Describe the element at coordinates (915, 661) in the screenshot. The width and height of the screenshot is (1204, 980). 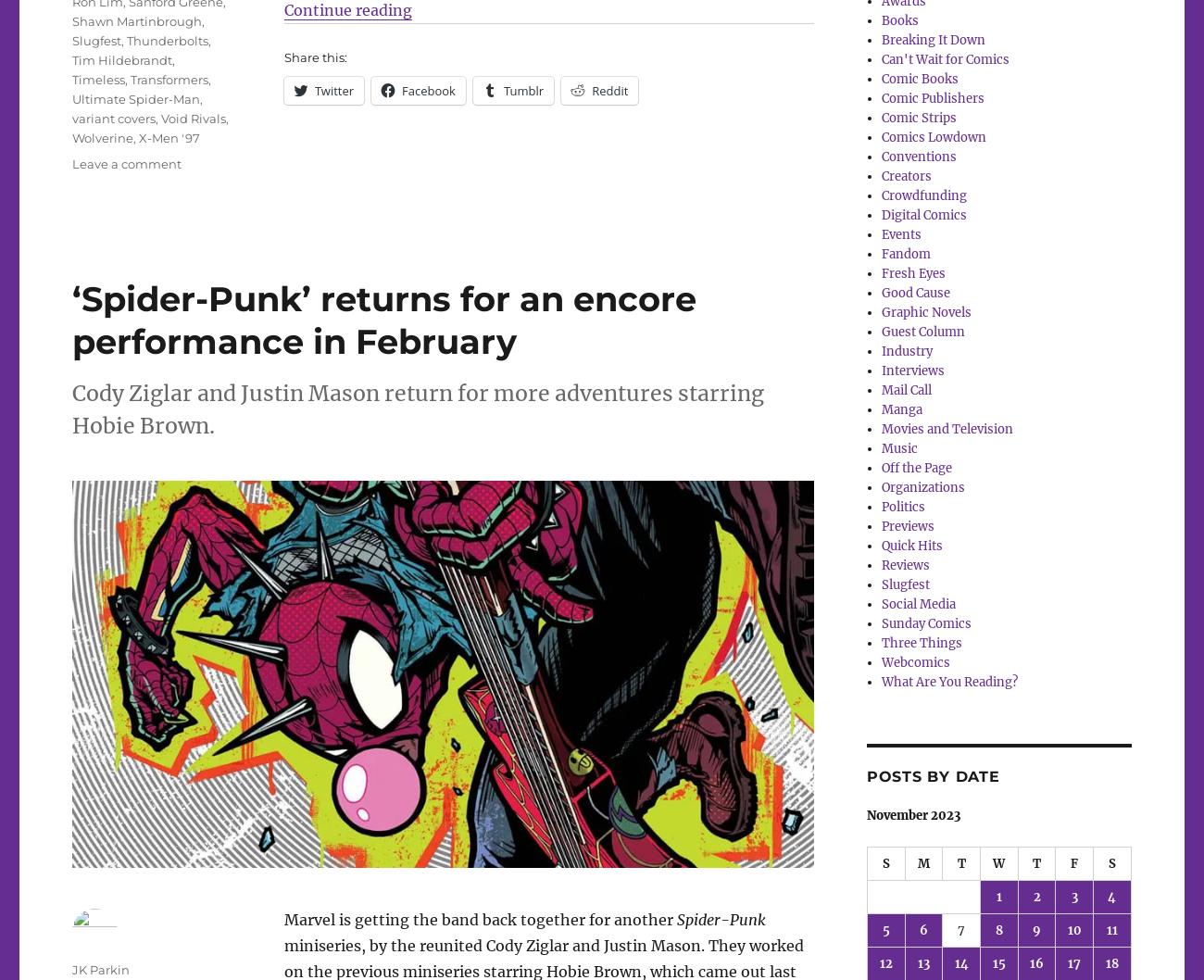
I see `'Webcomics'` at that location.